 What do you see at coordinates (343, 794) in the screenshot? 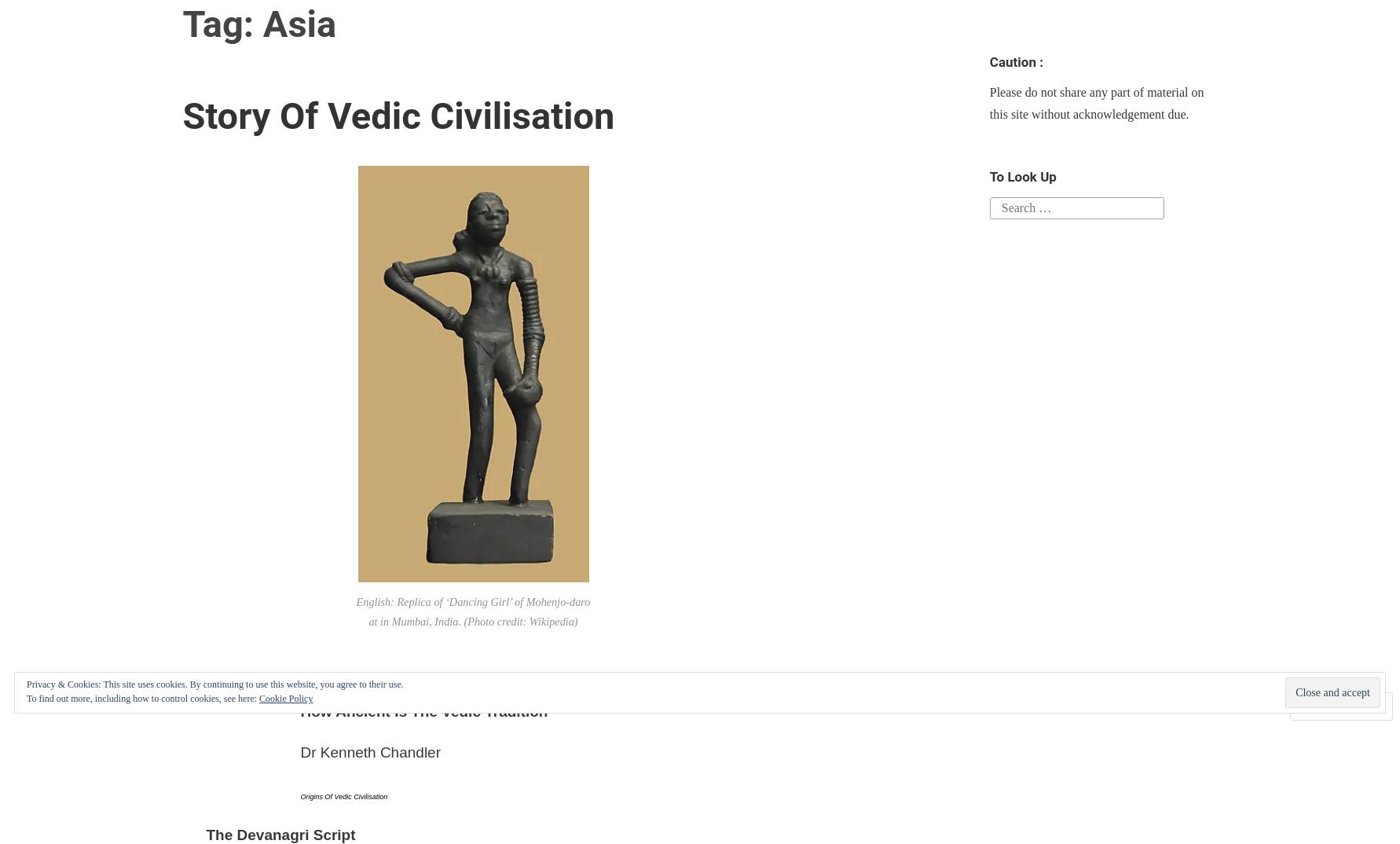
I see `'Origins Of Vedic Civilisation'` at bounding box center [343, 794].